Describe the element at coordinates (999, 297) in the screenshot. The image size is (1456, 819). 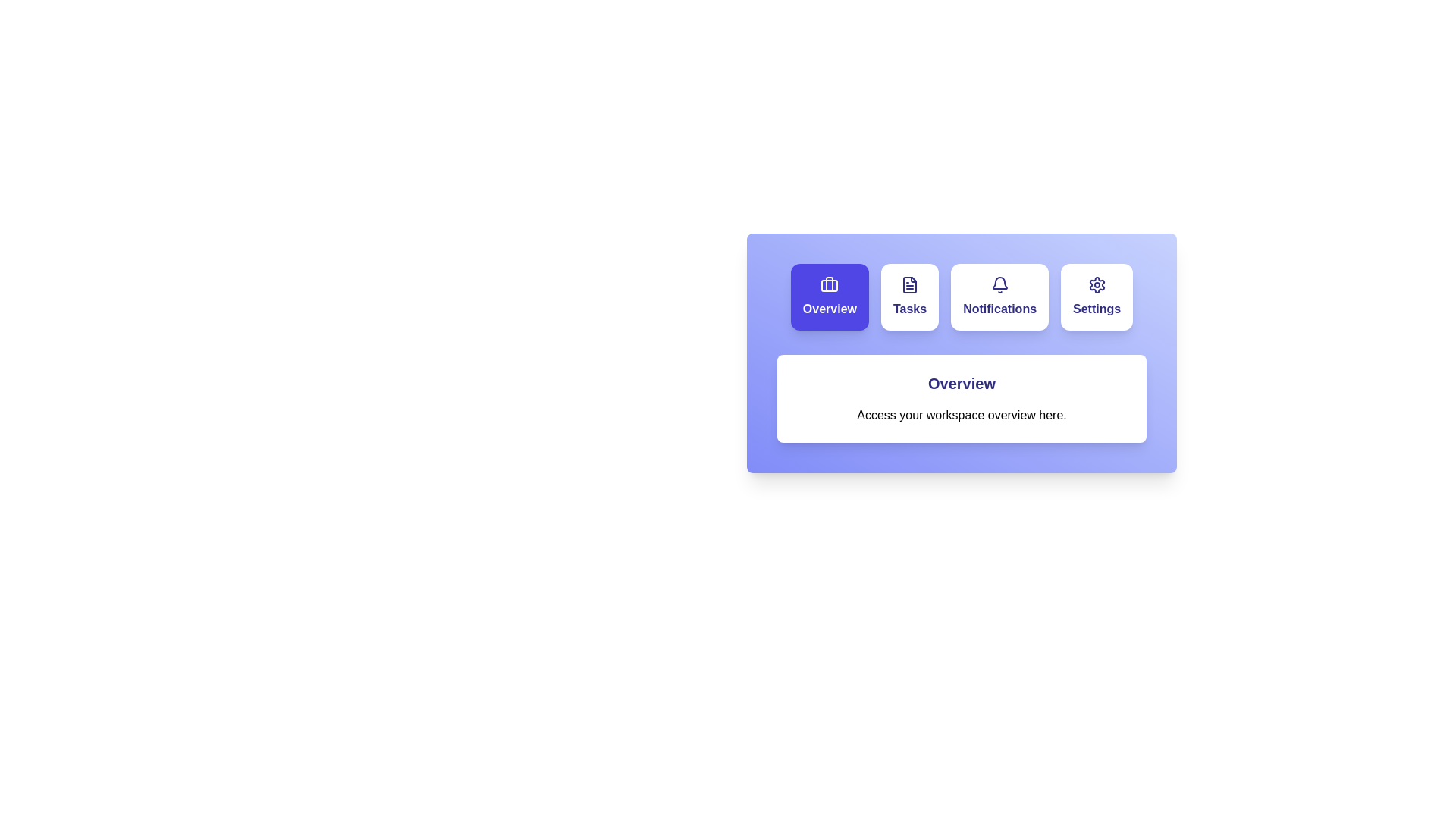
I see `the Notifications tab by clicking on it` at that location.